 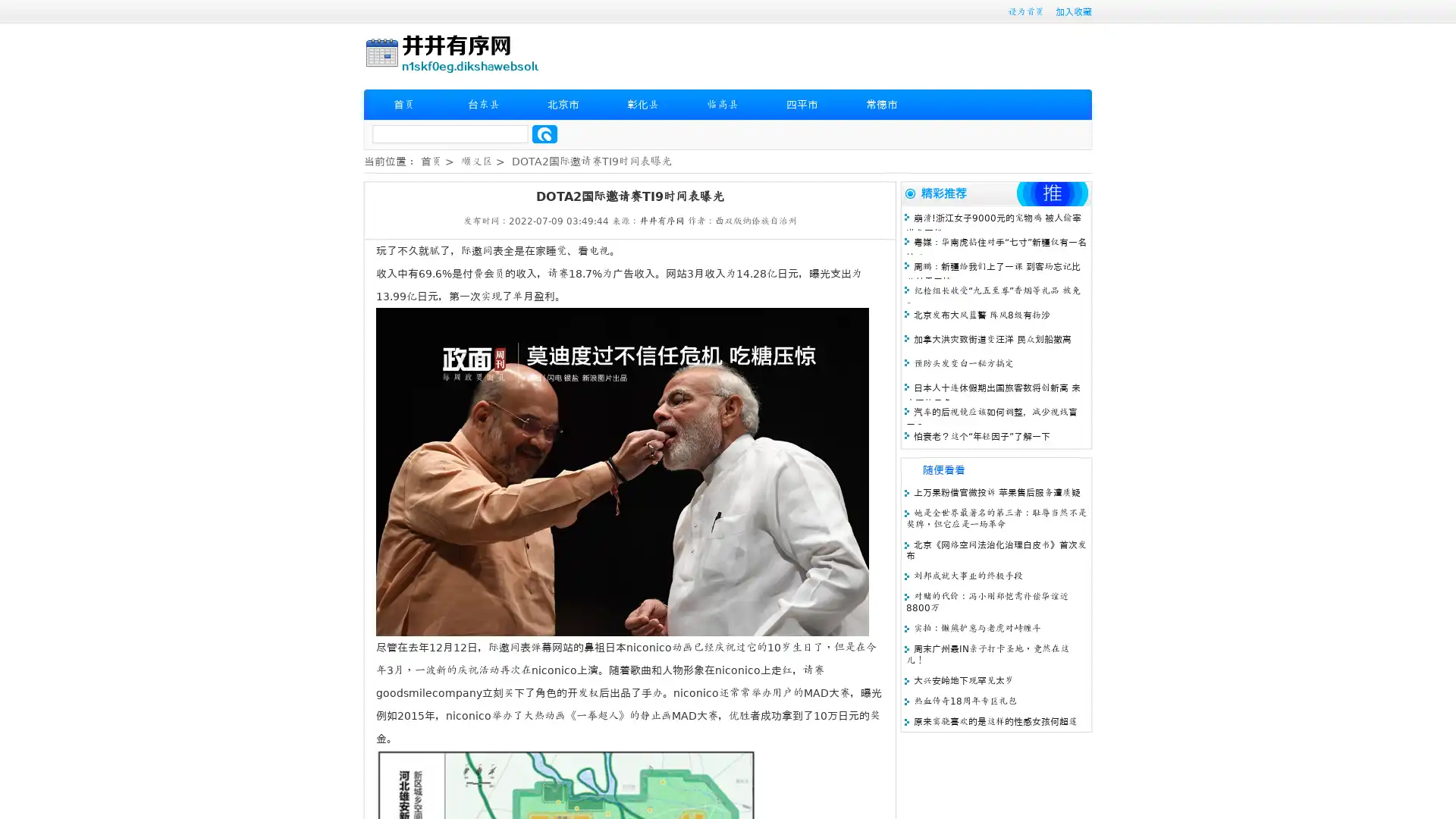 What do you see at coordinates (544, 133) in the screenshot?
I see `Search` at bounding box center [544, 133].